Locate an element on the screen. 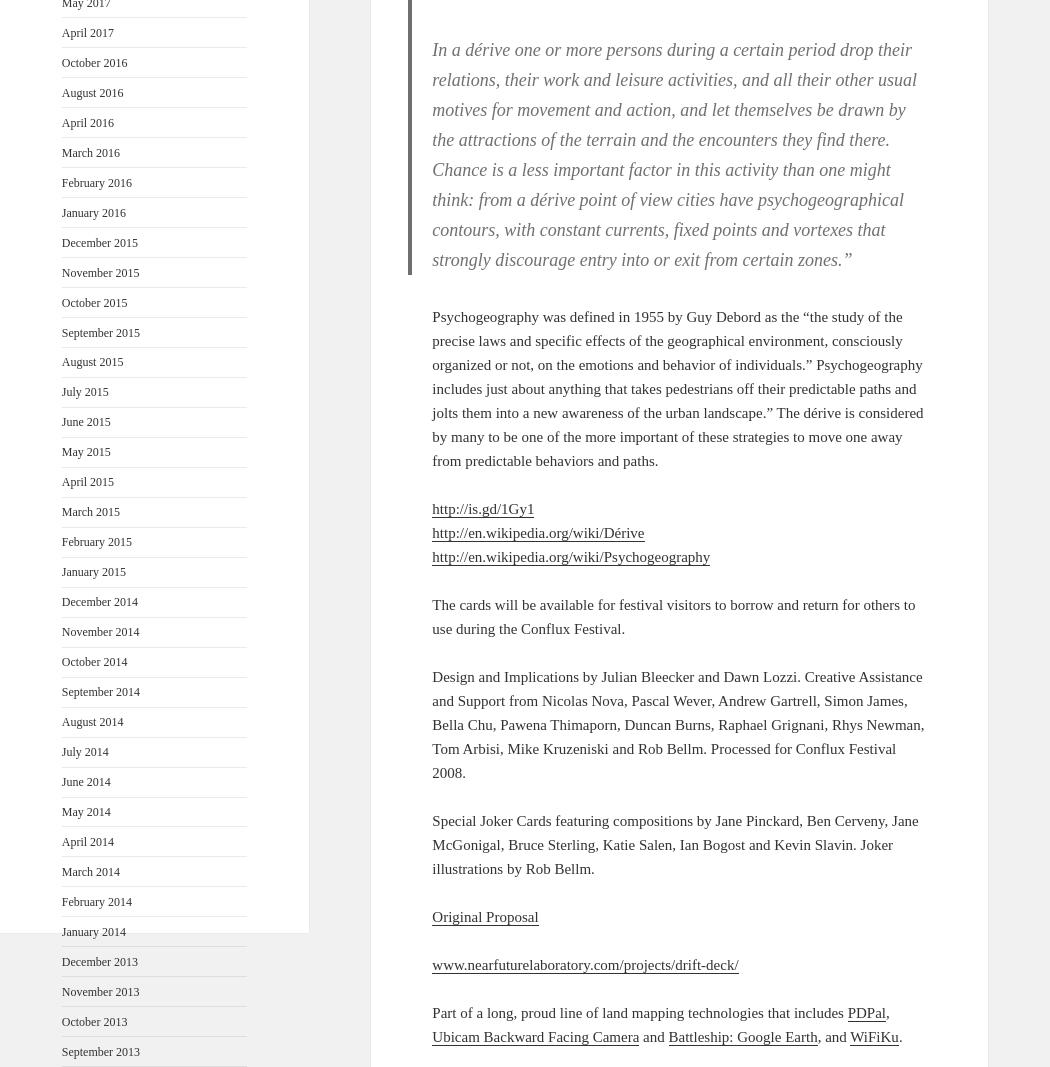 This screenshot has width=1050, height=1067. 'Design and Implications by Julian Bleecker and Dawn Lozzi. Creative Assistance and Support from Nicolas Nova, Pascal Wever, Andrew Gartrell, Simon James, Bella Chu, Pawena Thimaporn, Duncan Burns, Raphael Grignani, Rhys Newman, Tom Arbisi, Mike Kruzeniski and Rob Bellm. Processed for Conflux Festival 2008.' is located at coordinates (677, 724).